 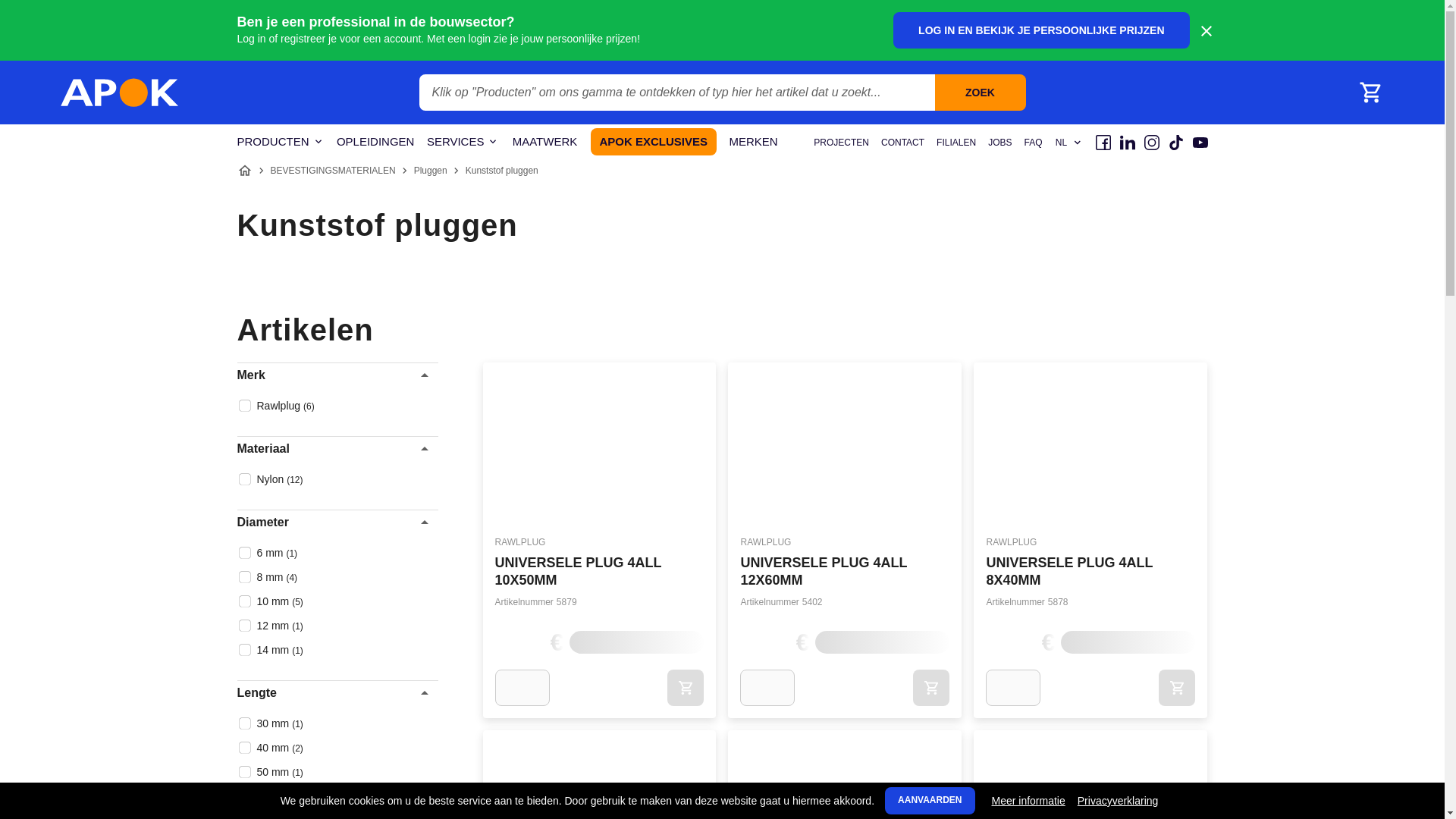 I want to click on 'UNIVERSELE PLUG 4ALL 10X50MM', so click(x=494, y=571).